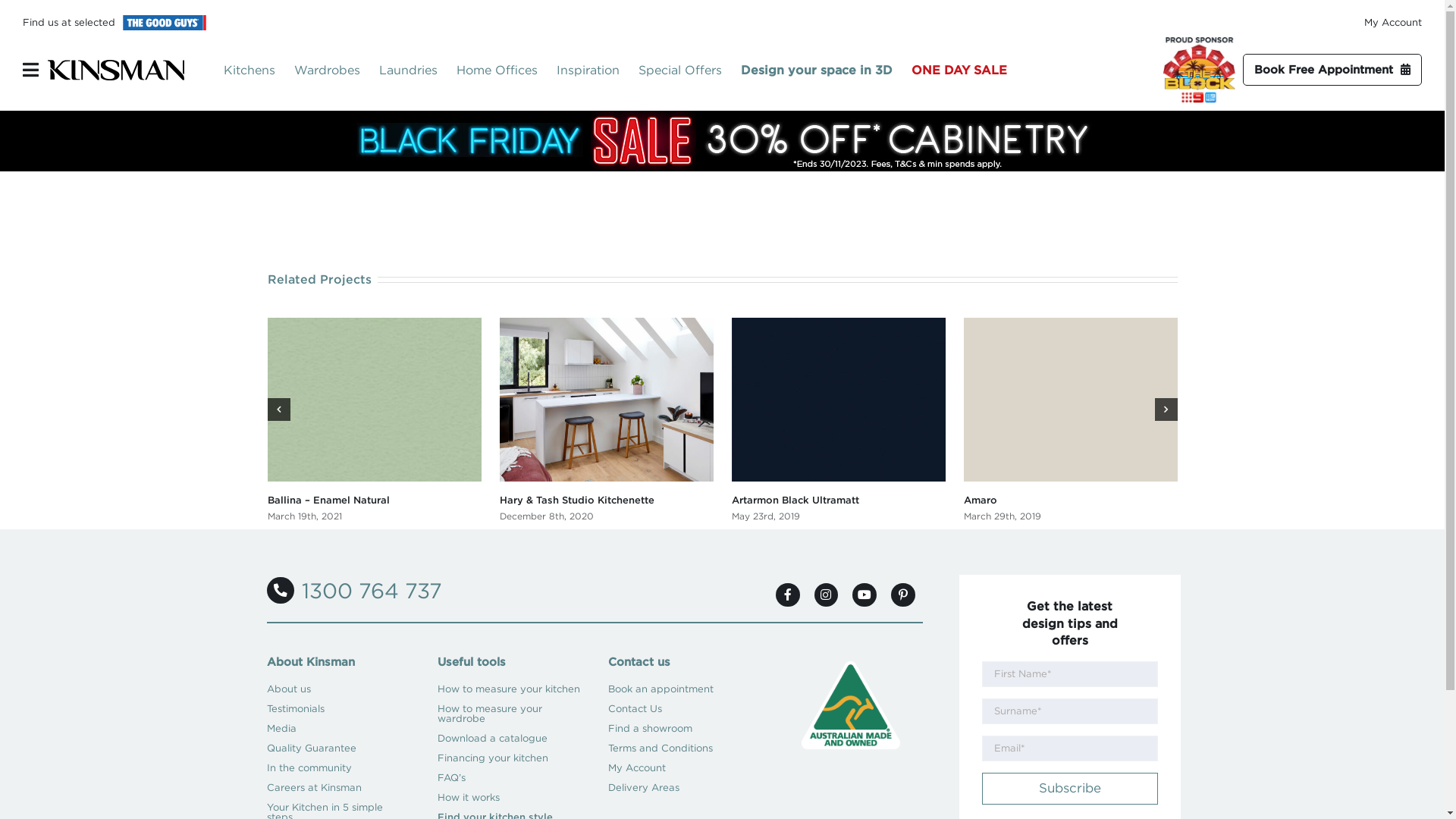 The height and width of the screenshot is (819, 1456). I want to click on 'In the community', so click(337, 768).